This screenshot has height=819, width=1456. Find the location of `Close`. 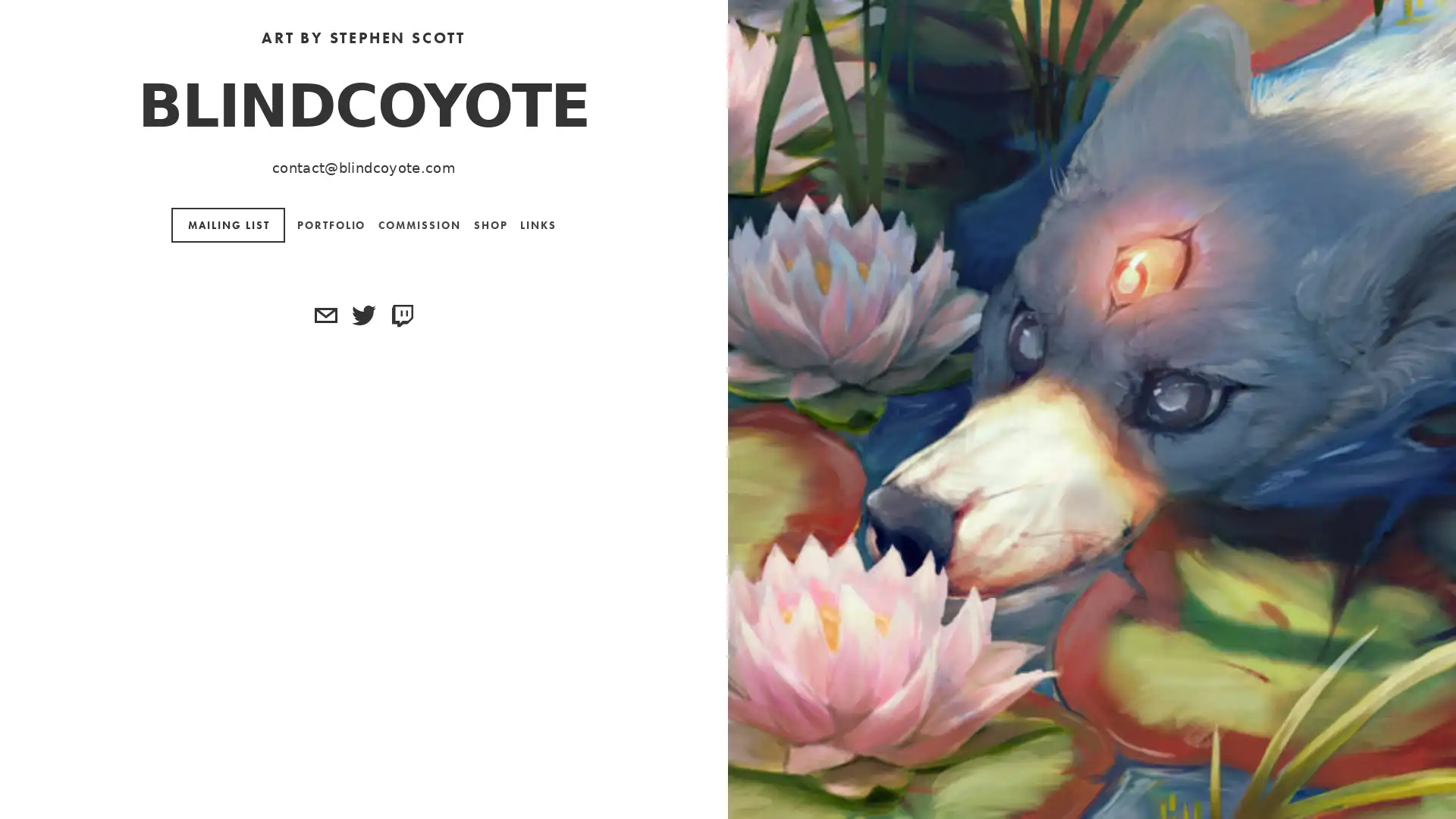

Close is located at coordinates (925, 135).